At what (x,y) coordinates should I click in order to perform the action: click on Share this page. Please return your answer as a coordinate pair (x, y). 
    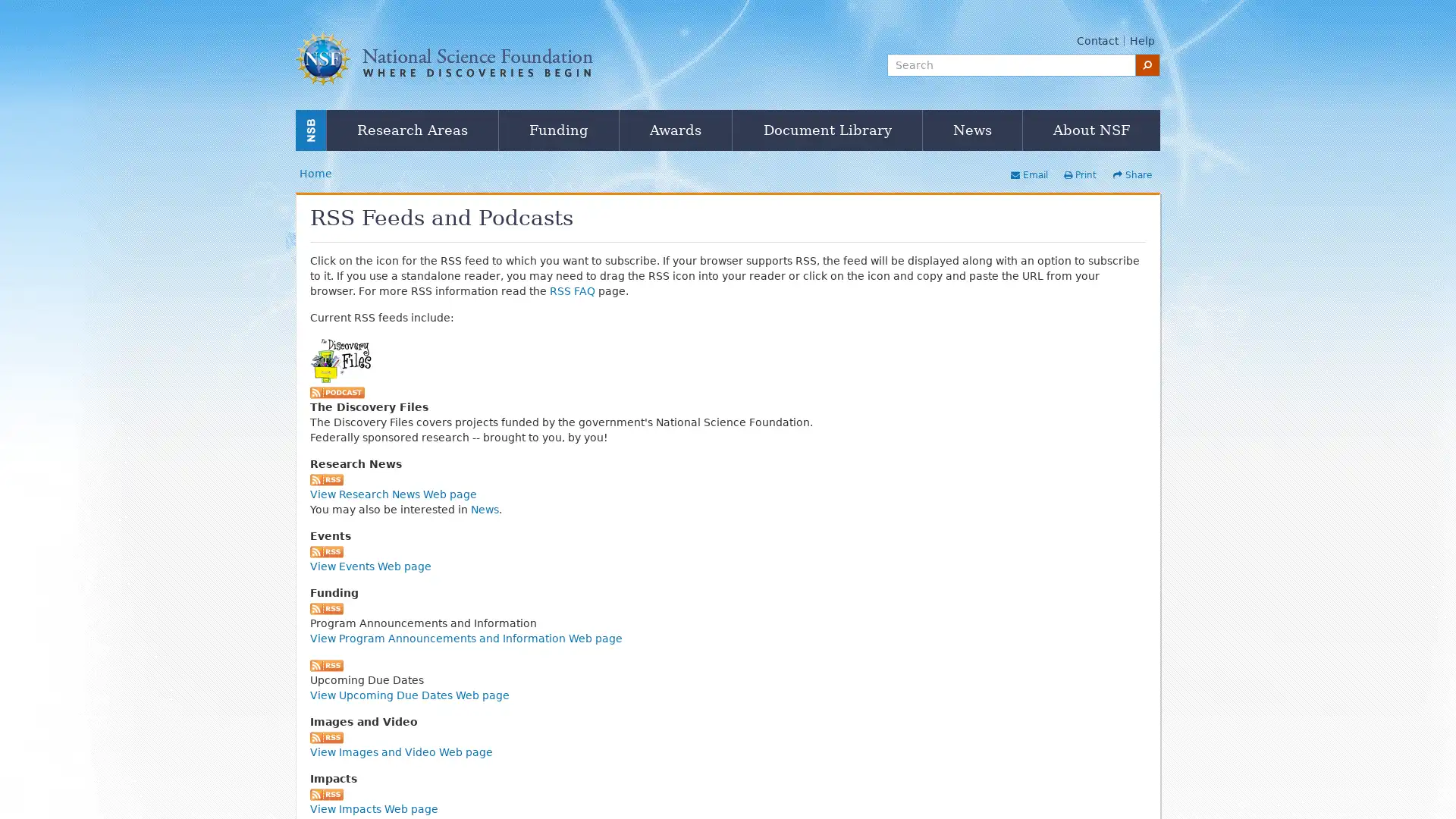
    Looking at the image, I should click on (1132, 174).